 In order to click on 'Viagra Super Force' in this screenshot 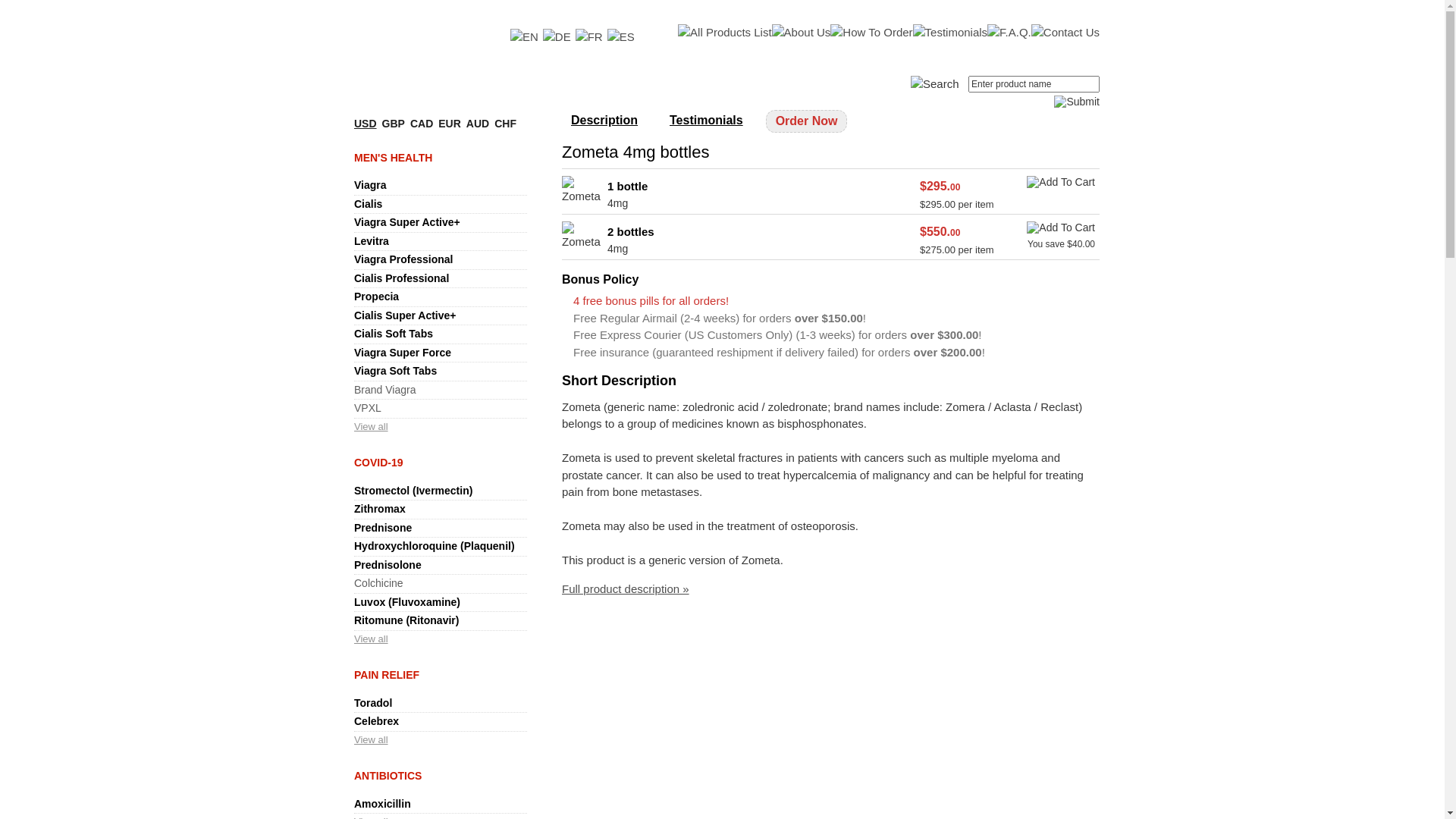, I will do `click(403, 353)`.